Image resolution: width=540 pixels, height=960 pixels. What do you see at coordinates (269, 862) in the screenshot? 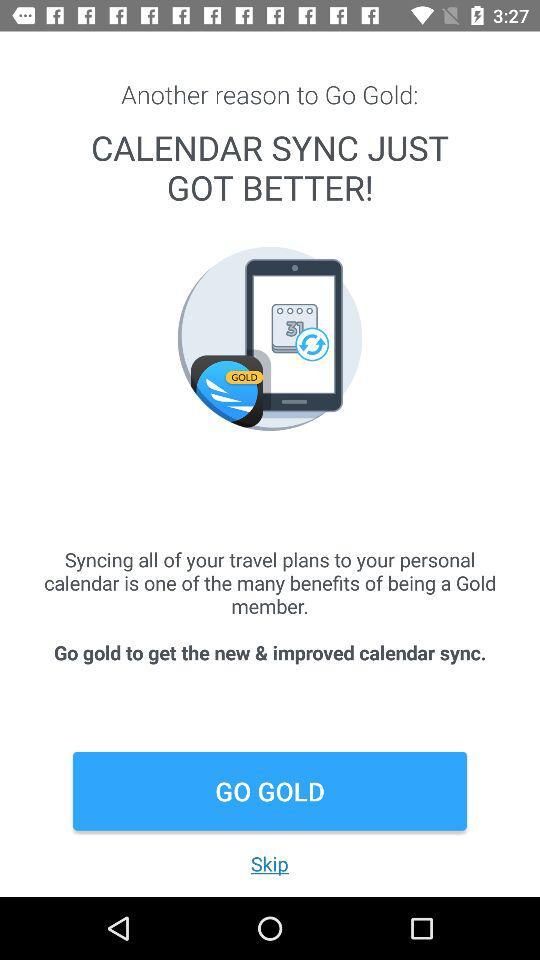
I see `the skip item` at bounding box center [269, 862].